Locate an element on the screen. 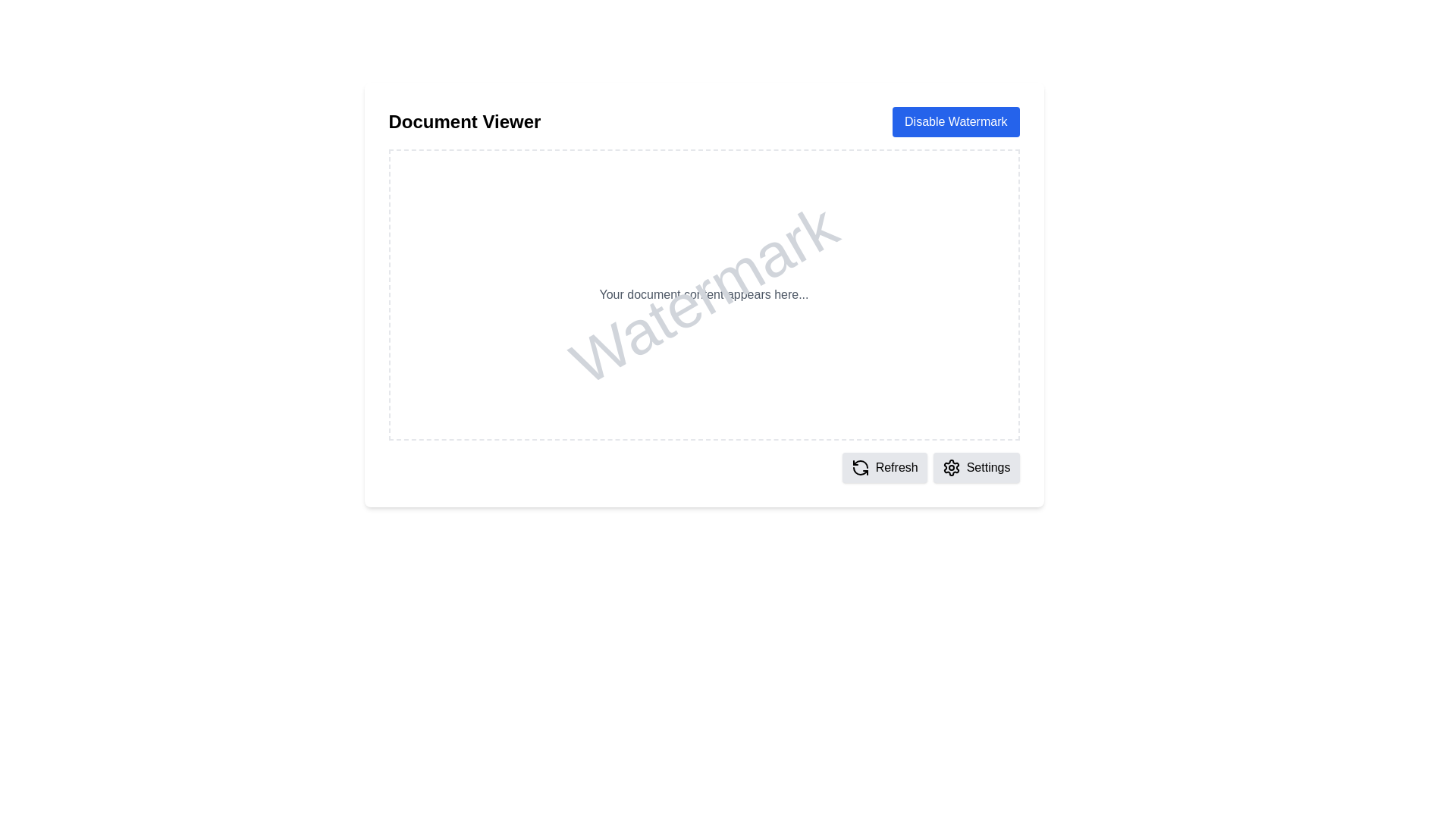  the refresh icon located at the far-left end of the 'Refresh' button is located at coordinates (860, 467).